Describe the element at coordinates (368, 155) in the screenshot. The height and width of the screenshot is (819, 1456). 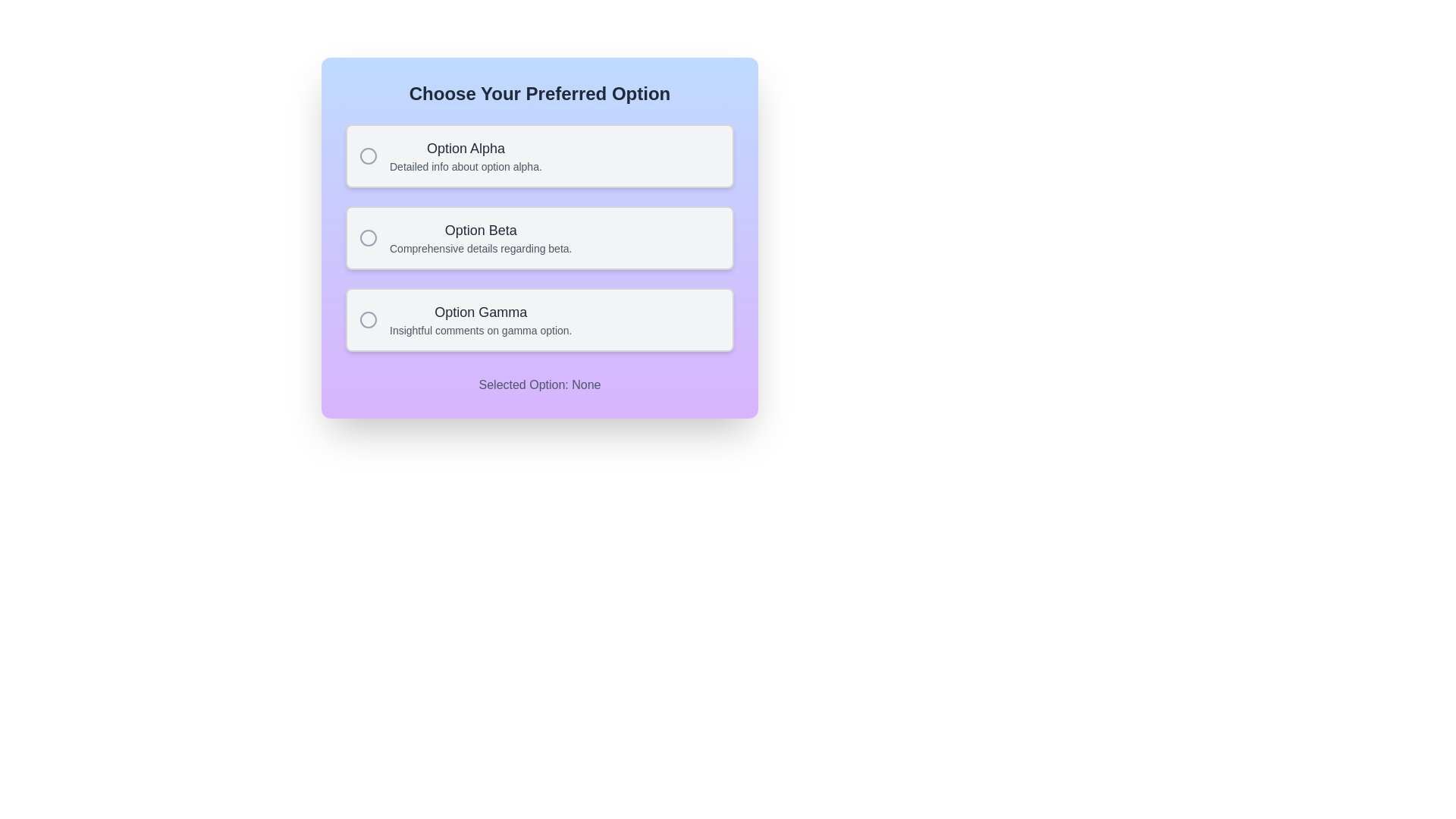
I see `the radio button indicator (circle) associated with the label 'Option Alpha' for keyboard interaction` at that location.